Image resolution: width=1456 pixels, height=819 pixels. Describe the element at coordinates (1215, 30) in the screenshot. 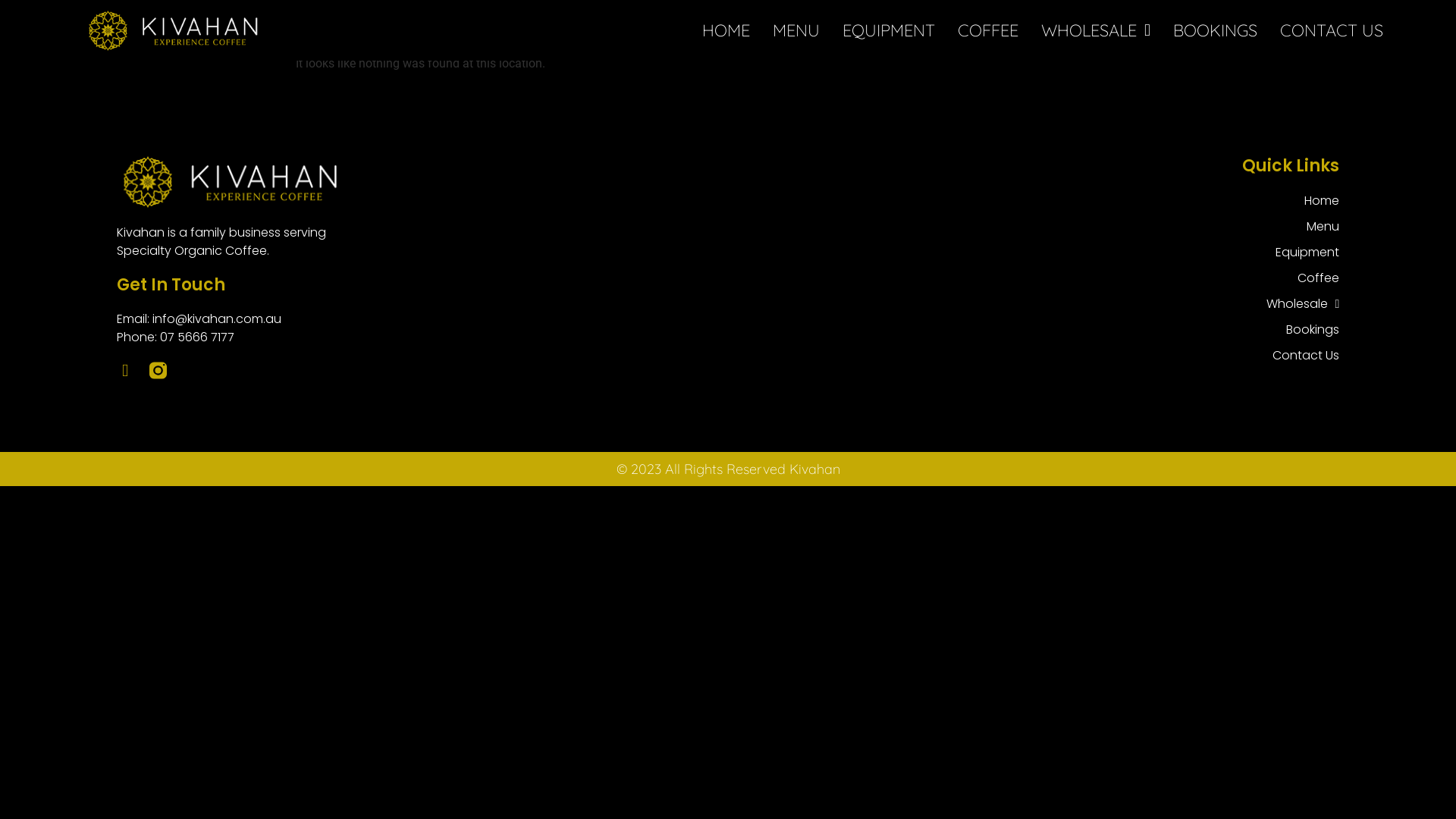

I see `'BOOKINGS'` at that location.